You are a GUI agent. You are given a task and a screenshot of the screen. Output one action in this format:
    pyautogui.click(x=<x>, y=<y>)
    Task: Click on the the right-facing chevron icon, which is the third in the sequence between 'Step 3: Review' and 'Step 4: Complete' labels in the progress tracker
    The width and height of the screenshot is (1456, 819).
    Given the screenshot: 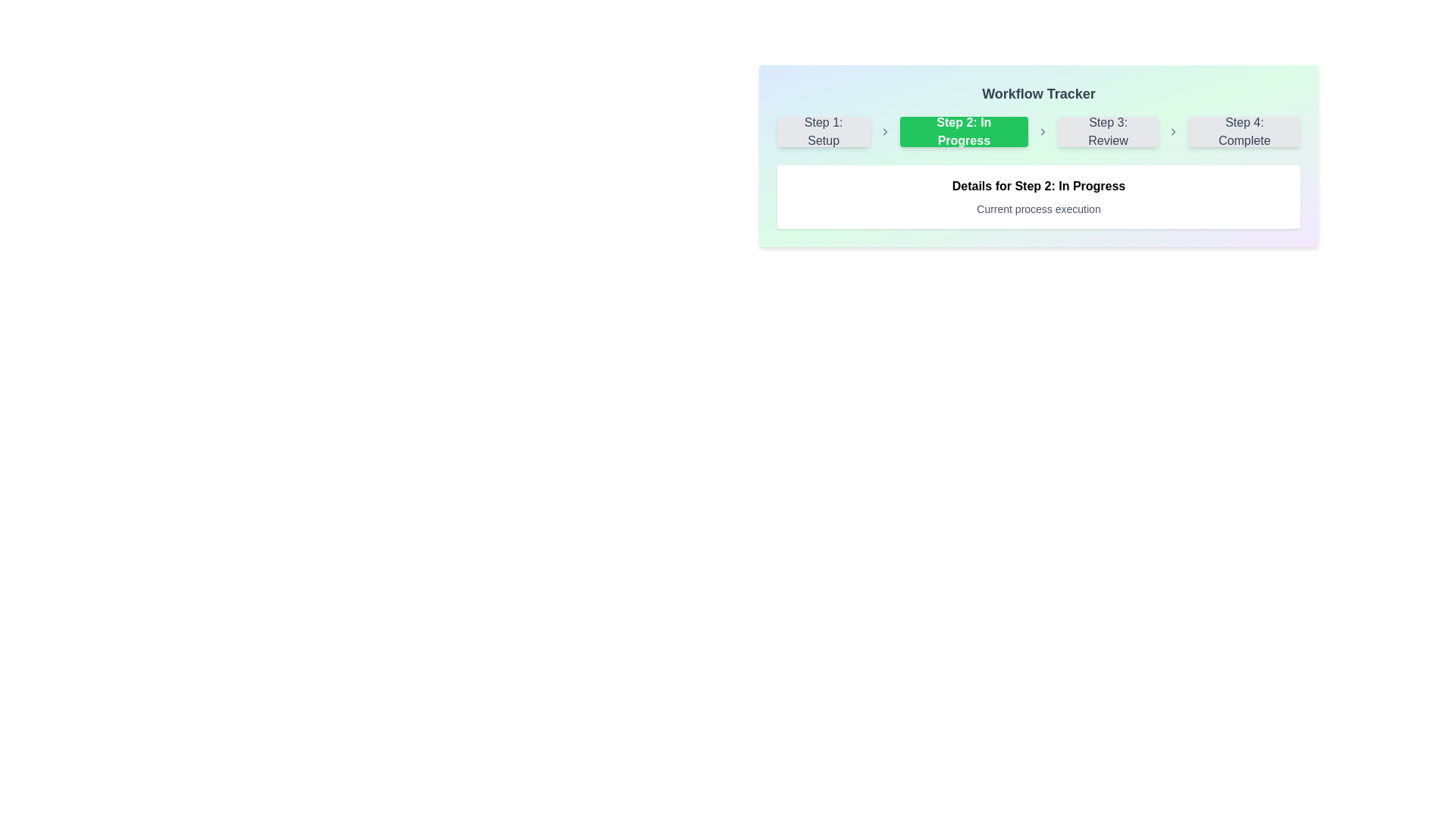 What is the action you would take?
    pyautogui.click(x=1172, y=130)
    